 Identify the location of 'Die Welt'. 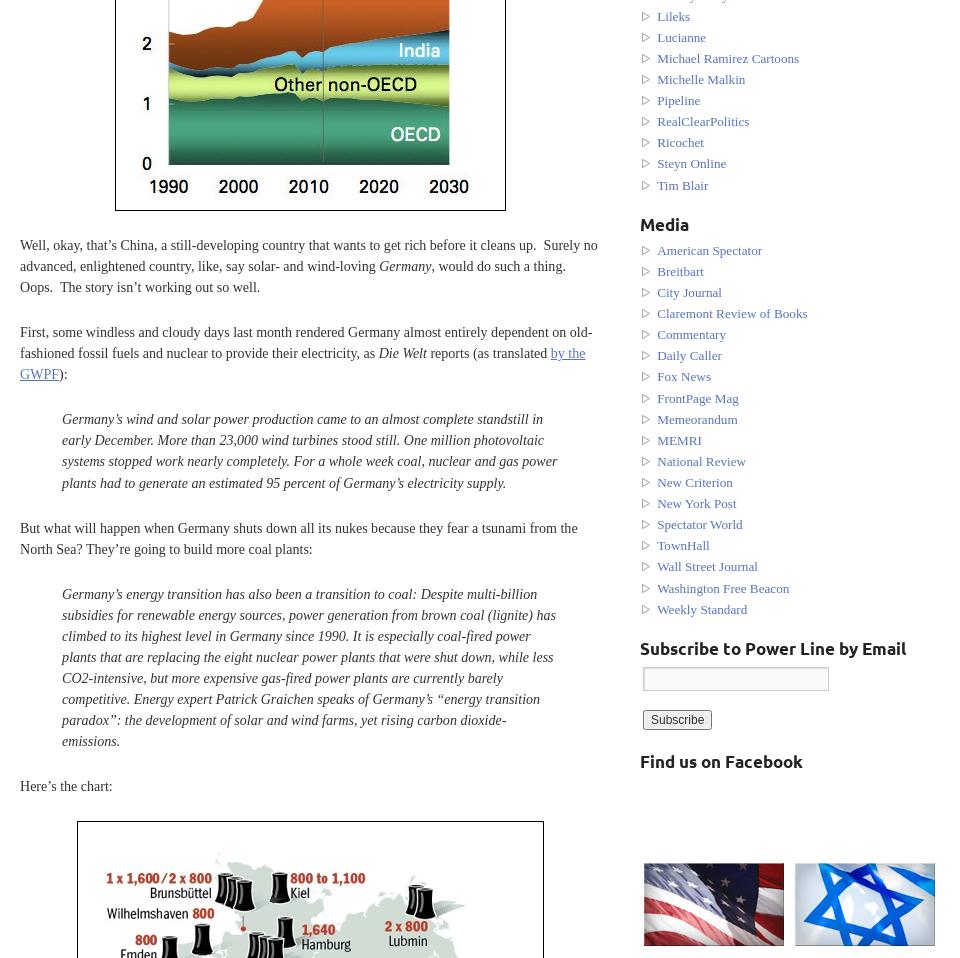
(400, 352).